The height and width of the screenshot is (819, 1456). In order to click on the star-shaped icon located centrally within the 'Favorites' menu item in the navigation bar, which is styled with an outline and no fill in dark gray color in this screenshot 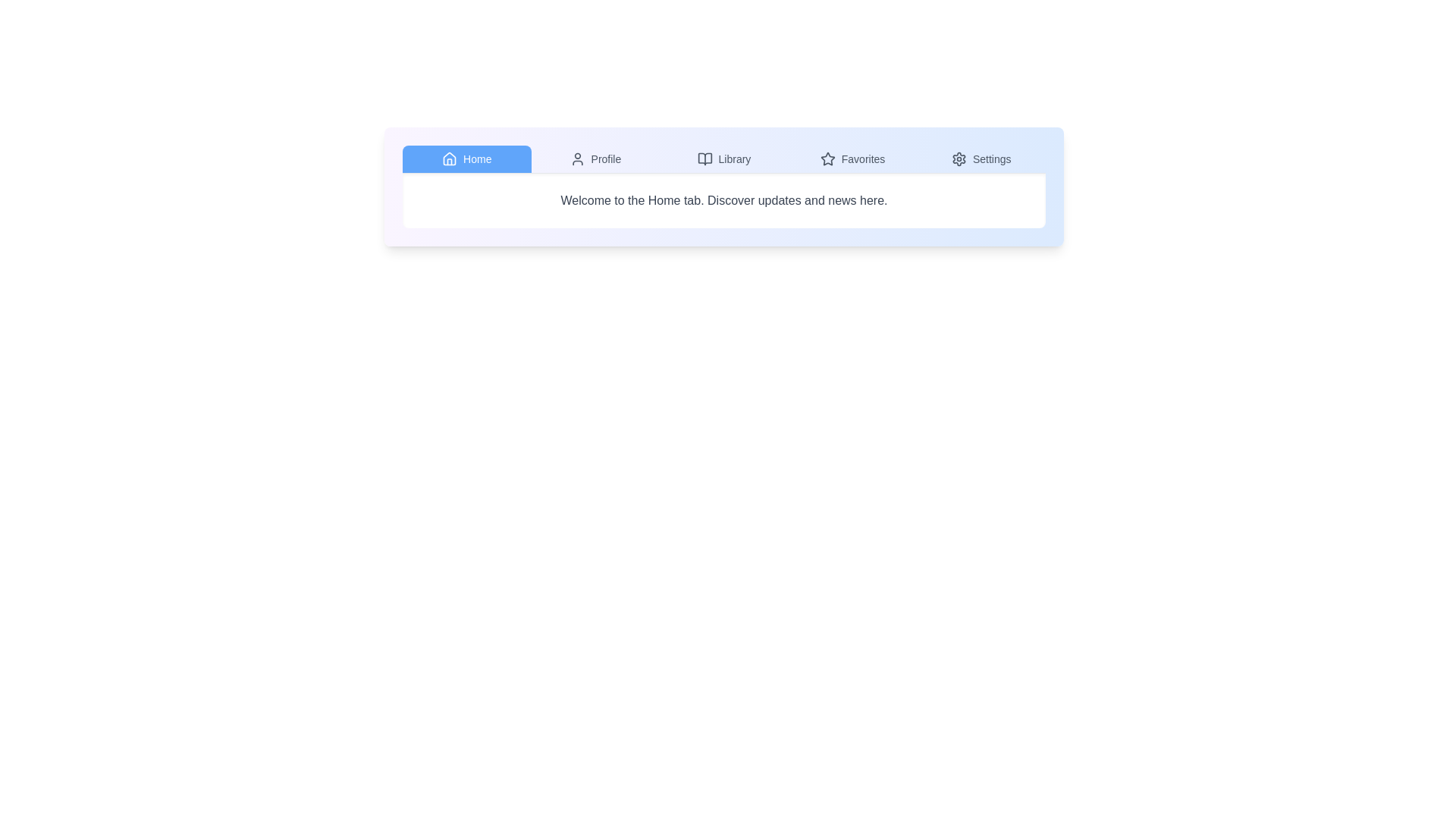, I will do `click(827, 158)`.